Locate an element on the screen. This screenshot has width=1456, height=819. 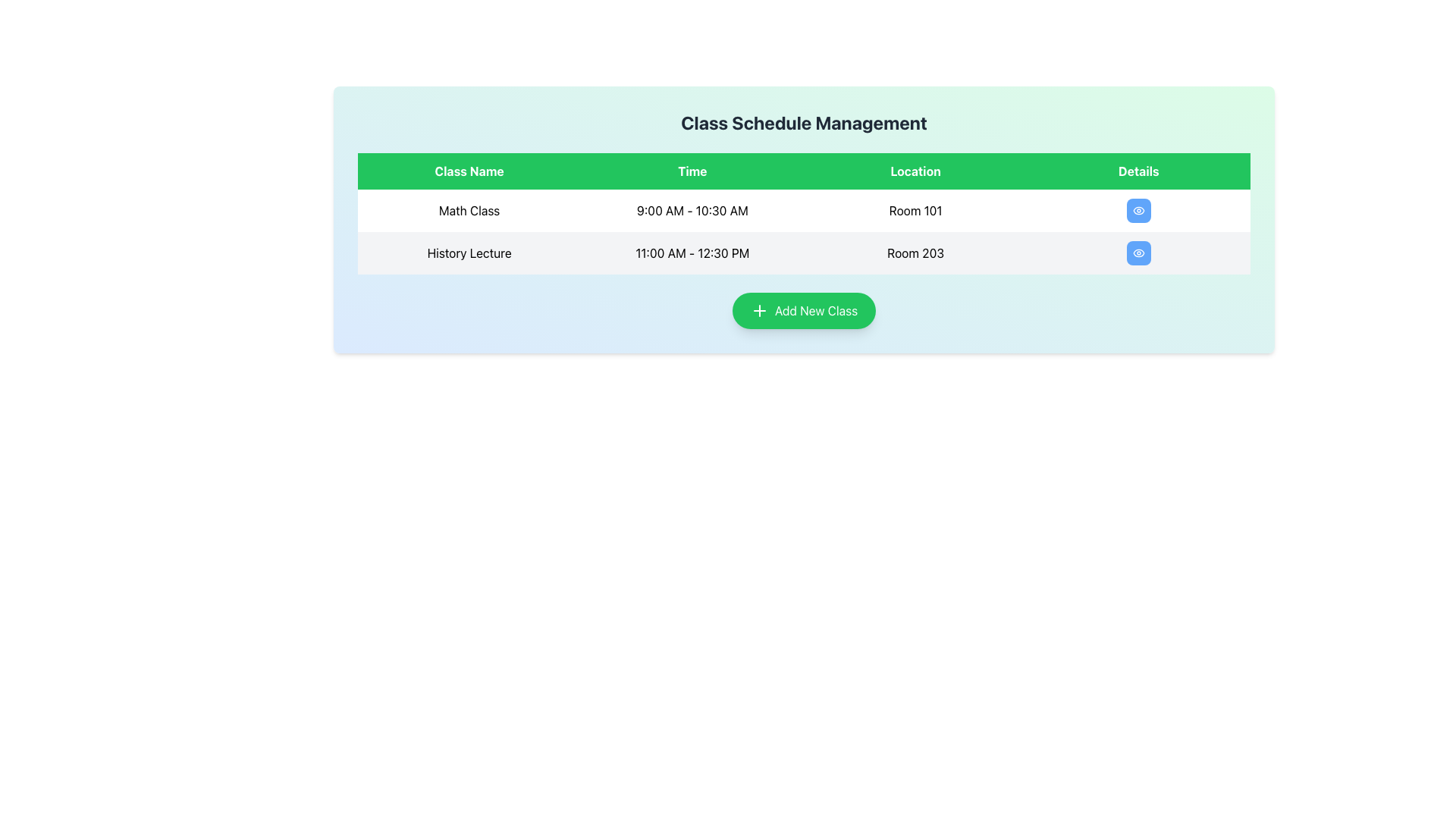
the button that allows the user to add a new class to the schedule, which is centrally located at the bottom of the main content area, directly below the class schedule table is located at coordinates (803, 309).